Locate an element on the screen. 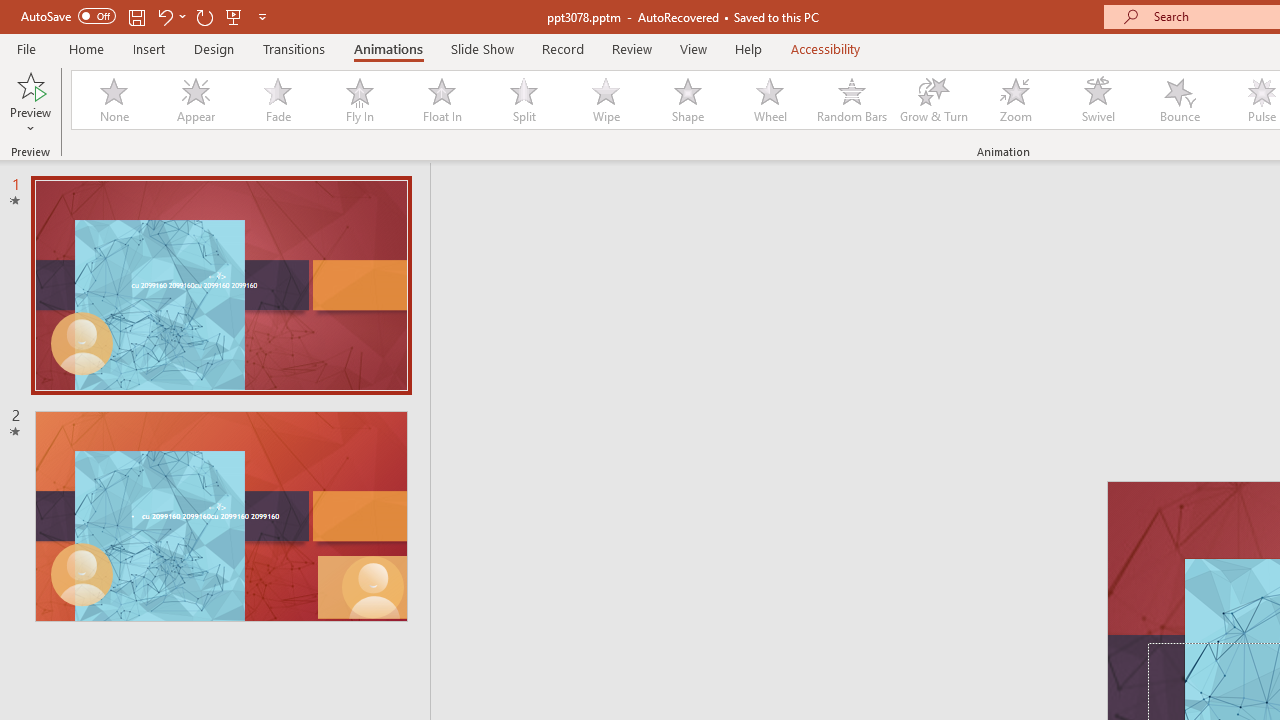  'Grow & Turn' is located at coordinates (933, 100).